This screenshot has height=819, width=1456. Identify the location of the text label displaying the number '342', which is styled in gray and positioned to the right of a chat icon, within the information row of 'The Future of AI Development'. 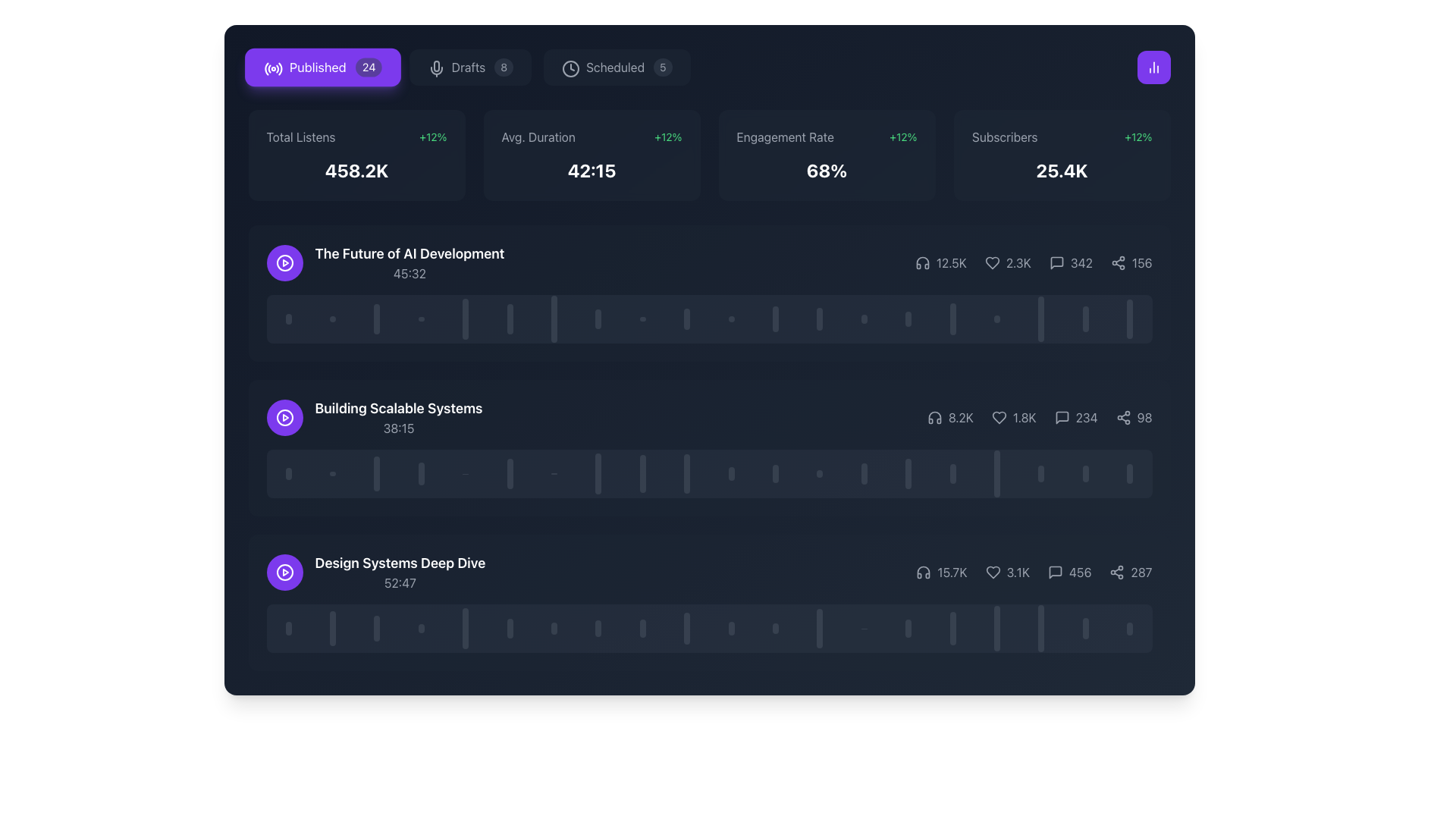
(1081, 262).